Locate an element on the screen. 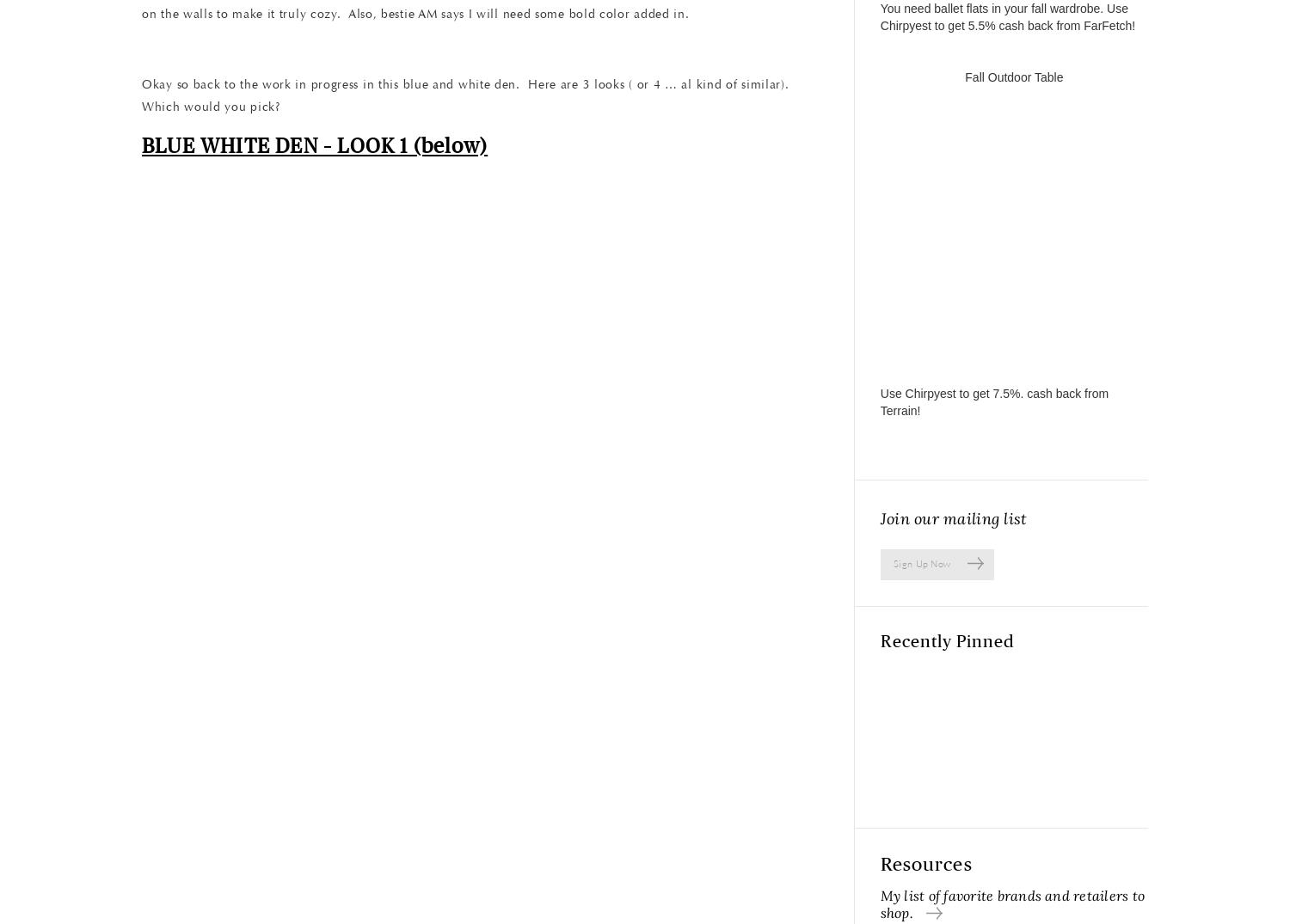  'My list of favorite brands and retailers to shop.' is located at coordinates (1012, 903).